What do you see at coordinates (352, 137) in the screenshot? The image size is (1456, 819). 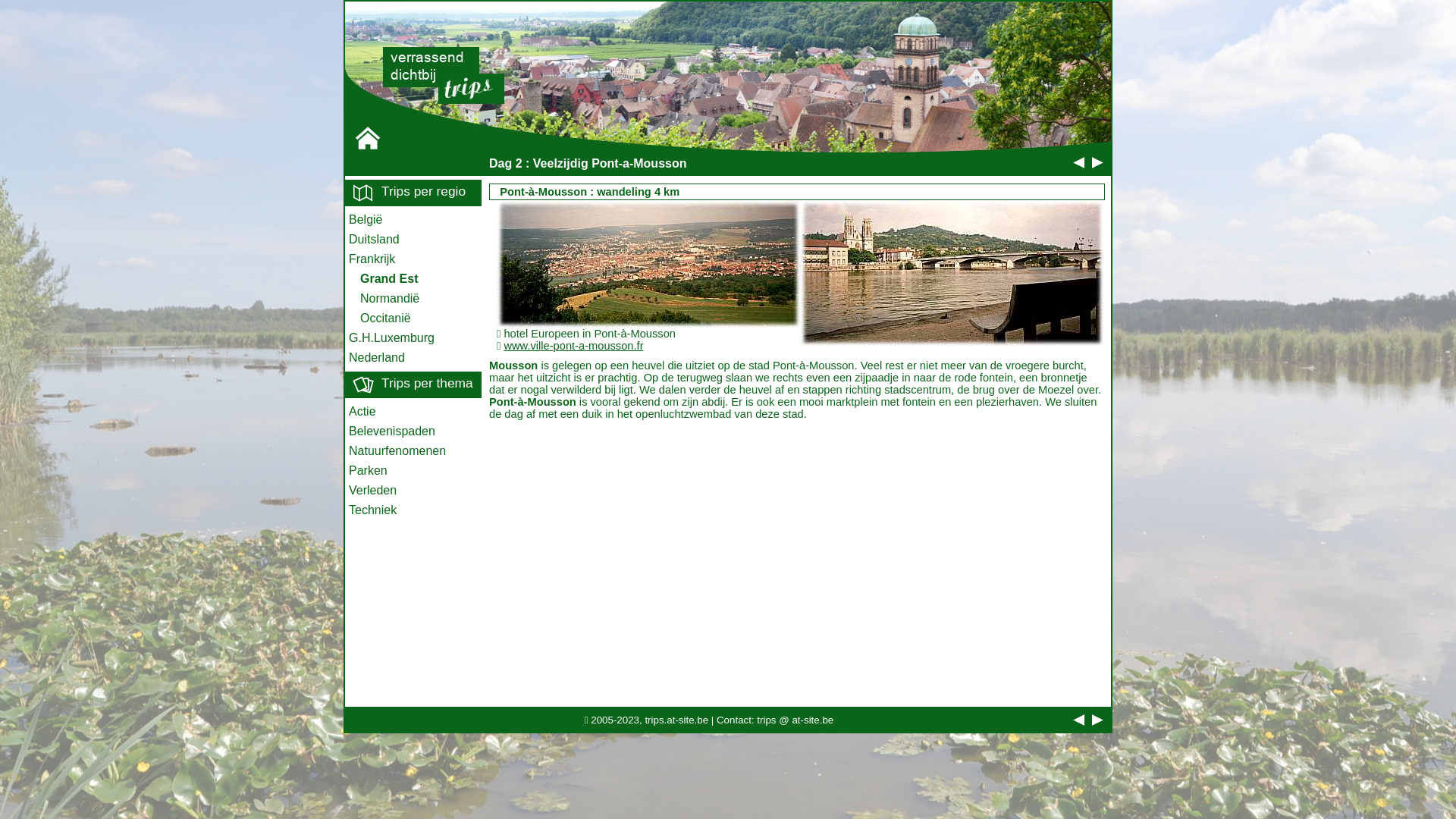 I see `'Home'` at bounding box center [352, 137].